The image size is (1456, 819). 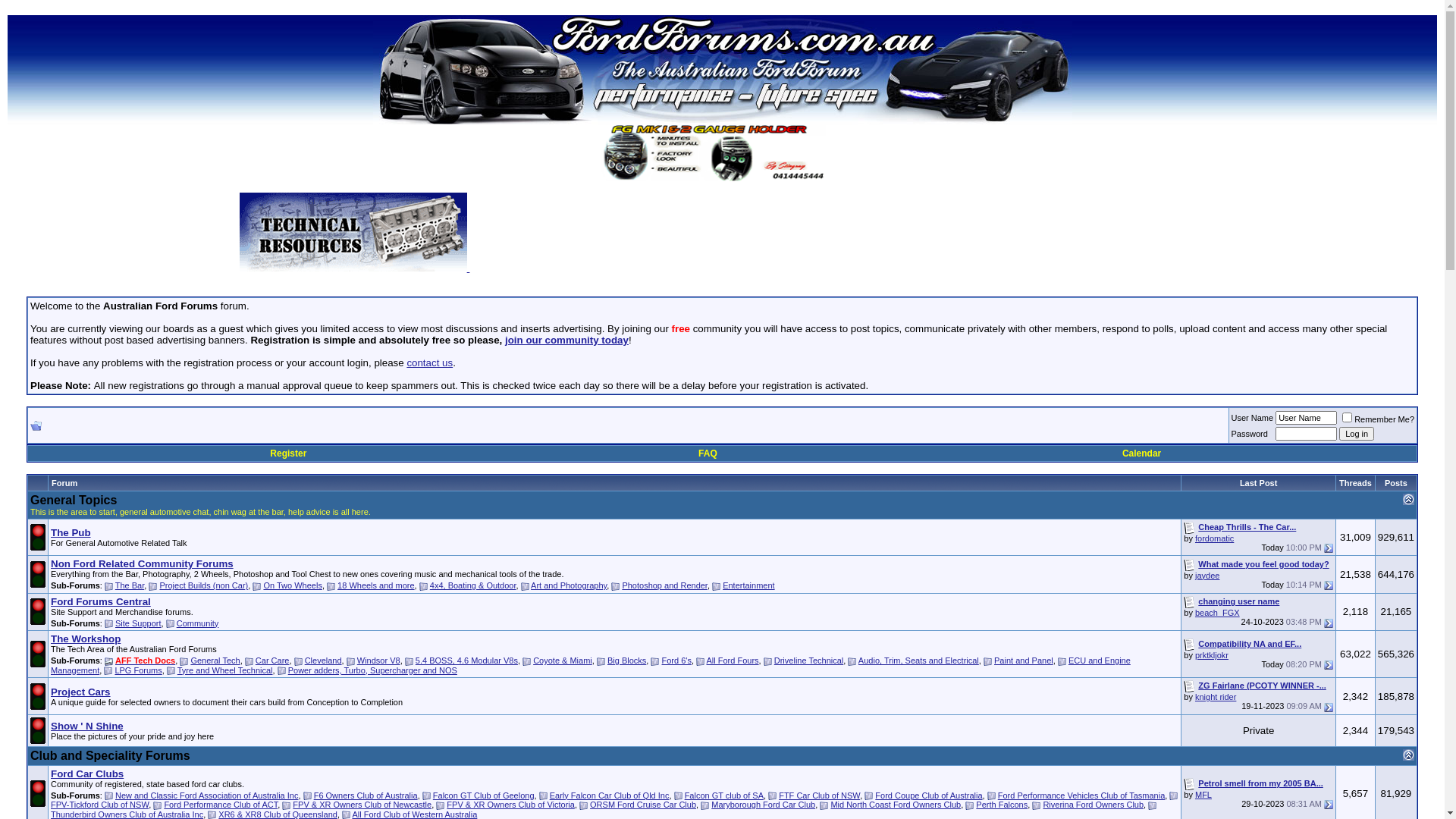 I want to click on 'changing user name', so click(x=1197, y=601).